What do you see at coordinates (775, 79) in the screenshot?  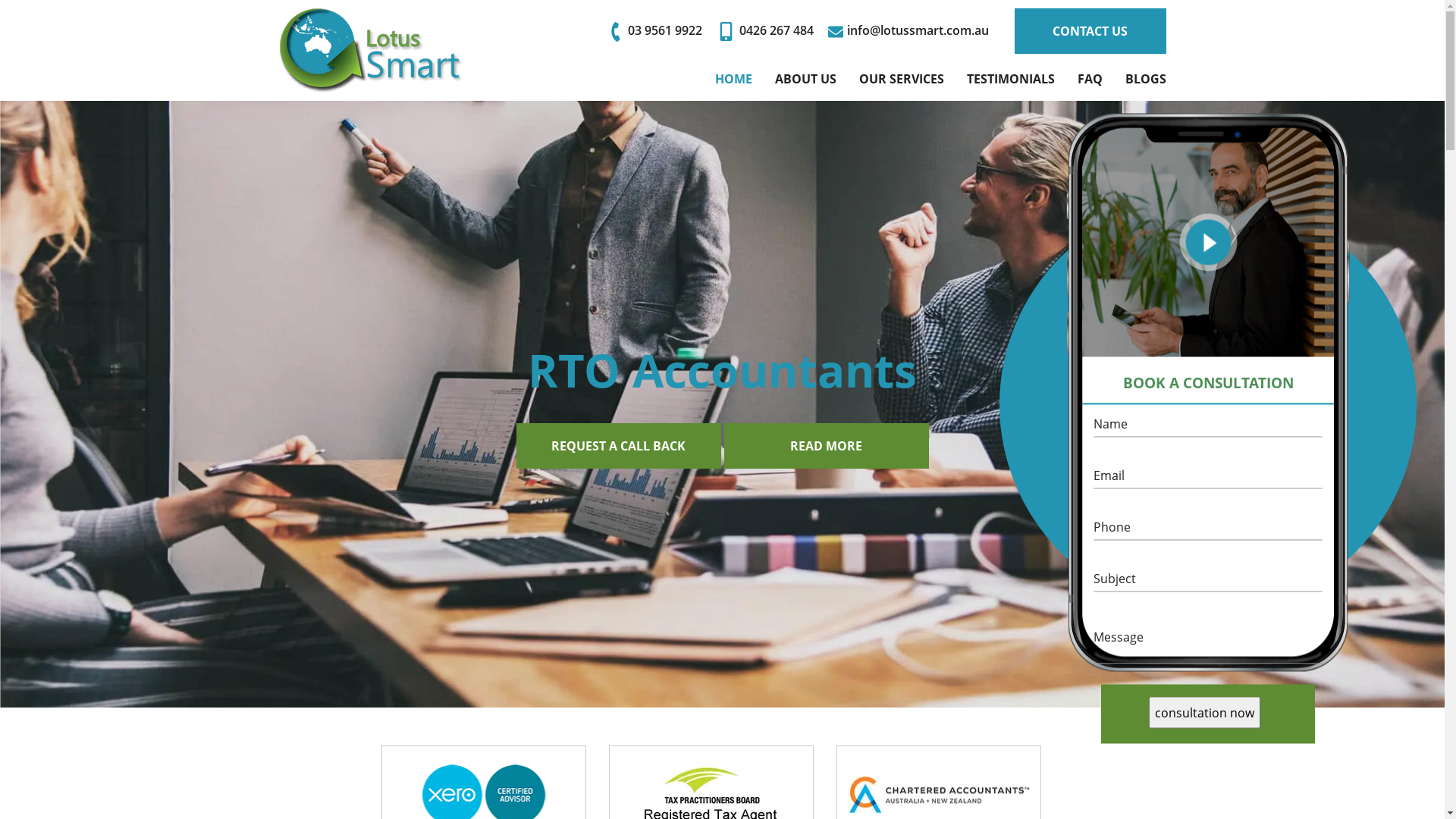 I see `'ABOUT US'` at bounding box center [775, 79].